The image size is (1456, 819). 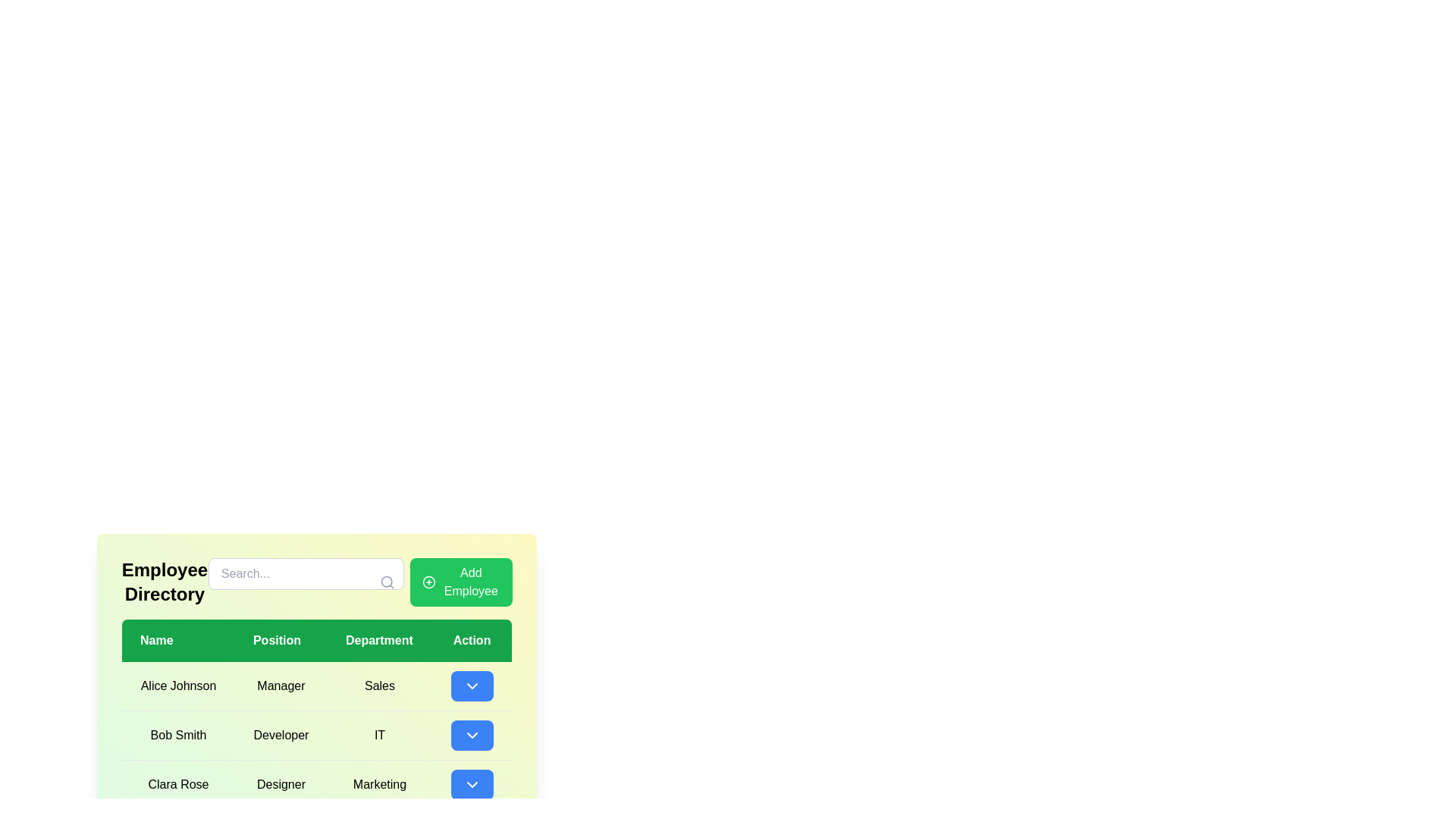 What do you see at coordinates (315, 714) in the screenshot?
I see `the table cell displaying the job position of the employee in the second row under the 'Position' column, adjacent to 'Bob Smith' in the 'Name' column` at bounding box center [315, 714].